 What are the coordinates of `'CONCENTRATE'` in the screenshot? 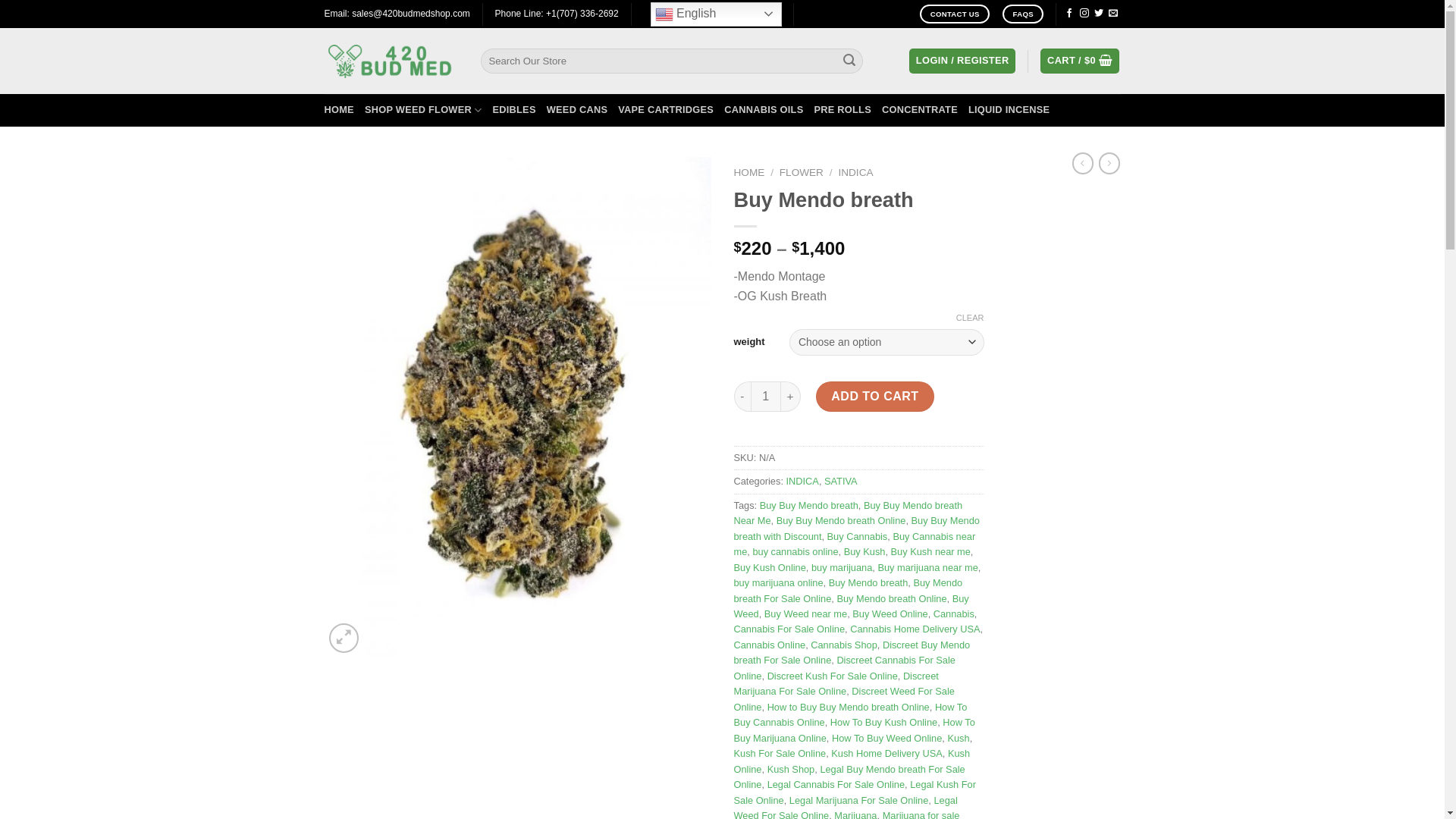 It's located at (881, 109).